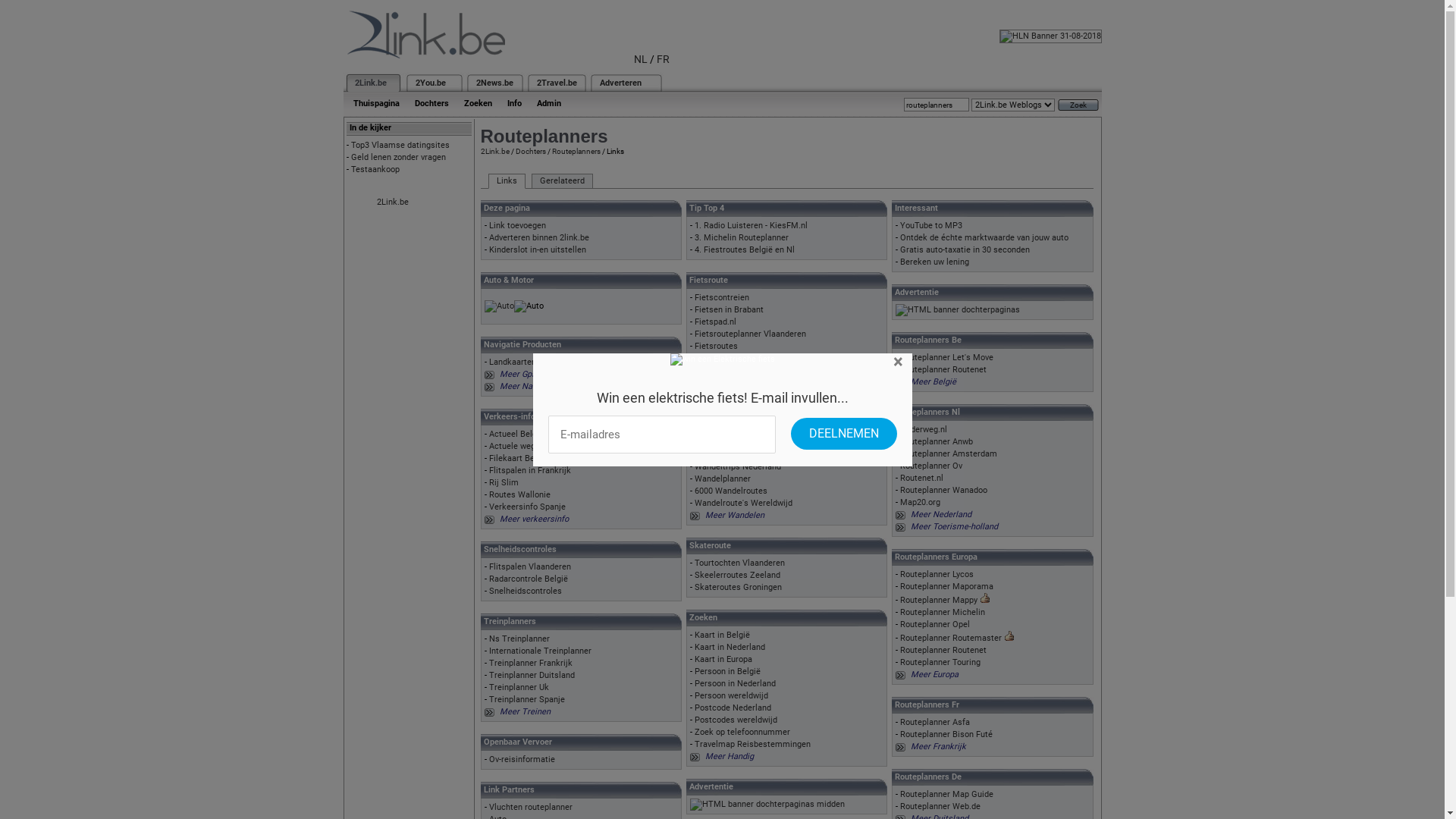 The height and width of the screenshot is (819, 1456). Describe the element at coordinates (919, 502) in the screenshot. I see `'Map20.org'` at that location.